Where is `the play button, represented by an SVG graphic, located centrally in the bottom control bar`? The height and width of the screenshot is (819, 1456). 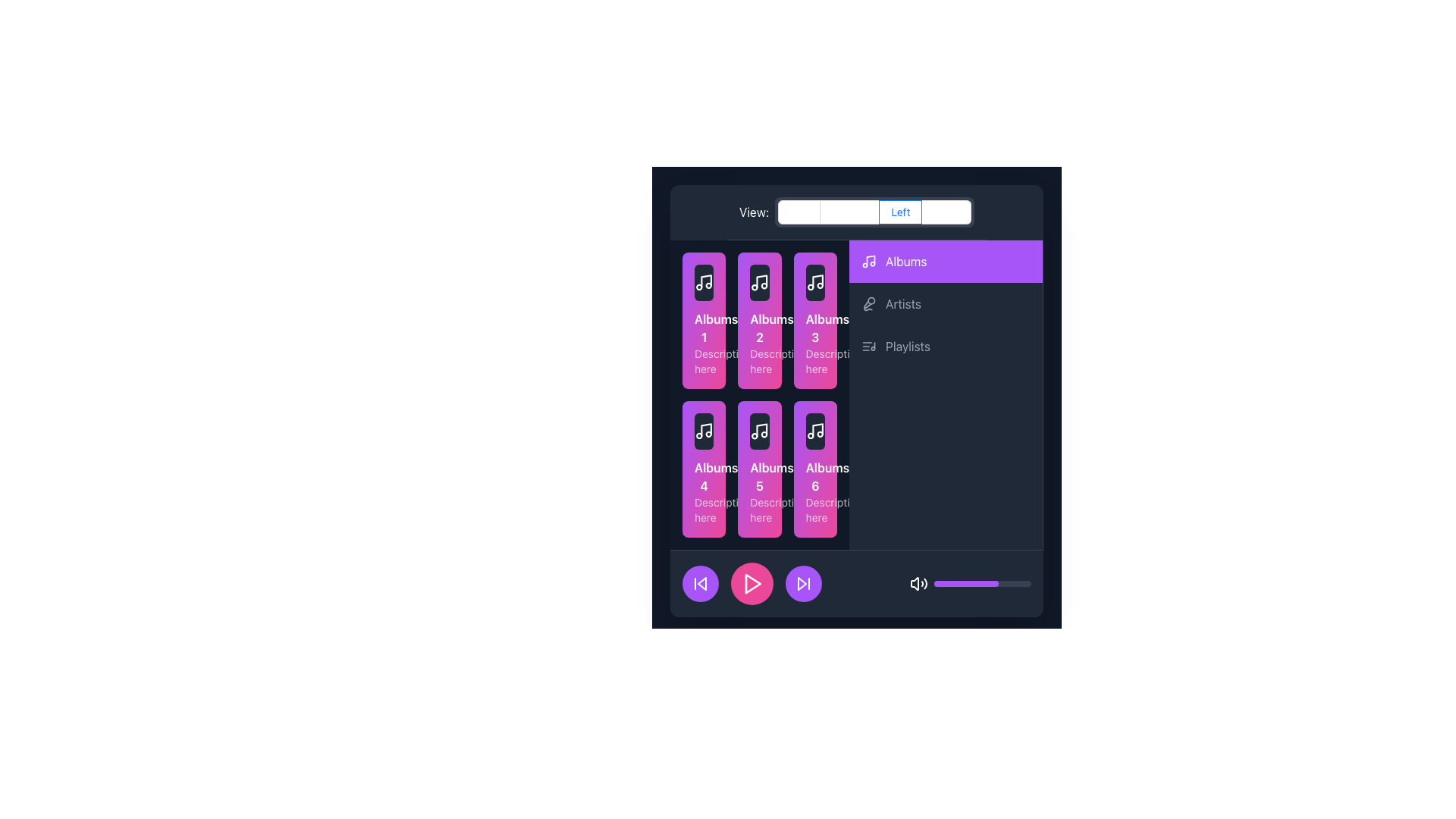 the play button, represented by an SVG graphic, located centrally in the bottom control bar is located at coordinates (752, 583).